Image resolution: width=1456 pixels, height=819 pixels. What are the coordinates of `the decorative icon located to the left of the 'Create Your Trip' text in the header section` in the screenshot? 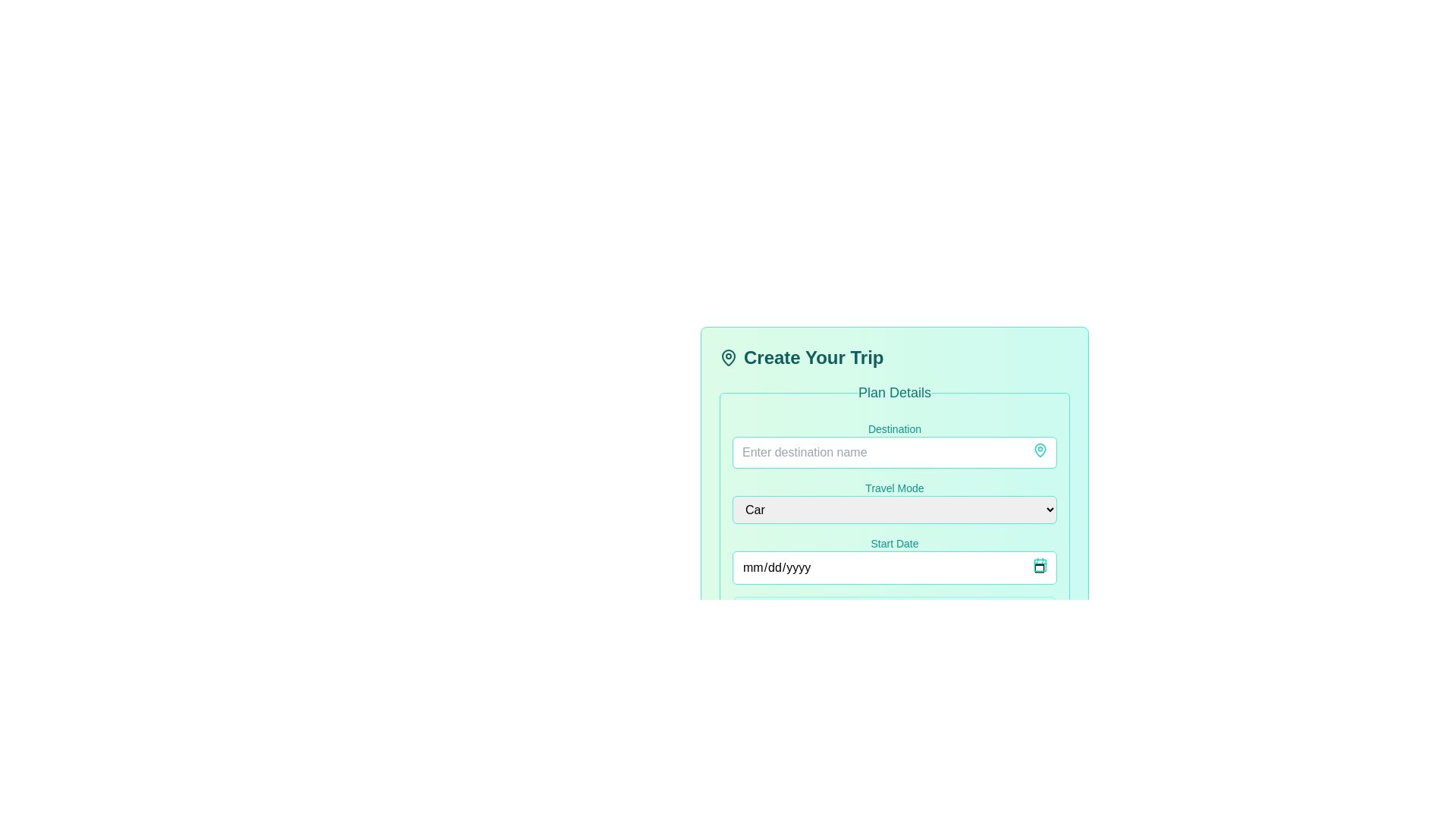 It's located at (728, 357).